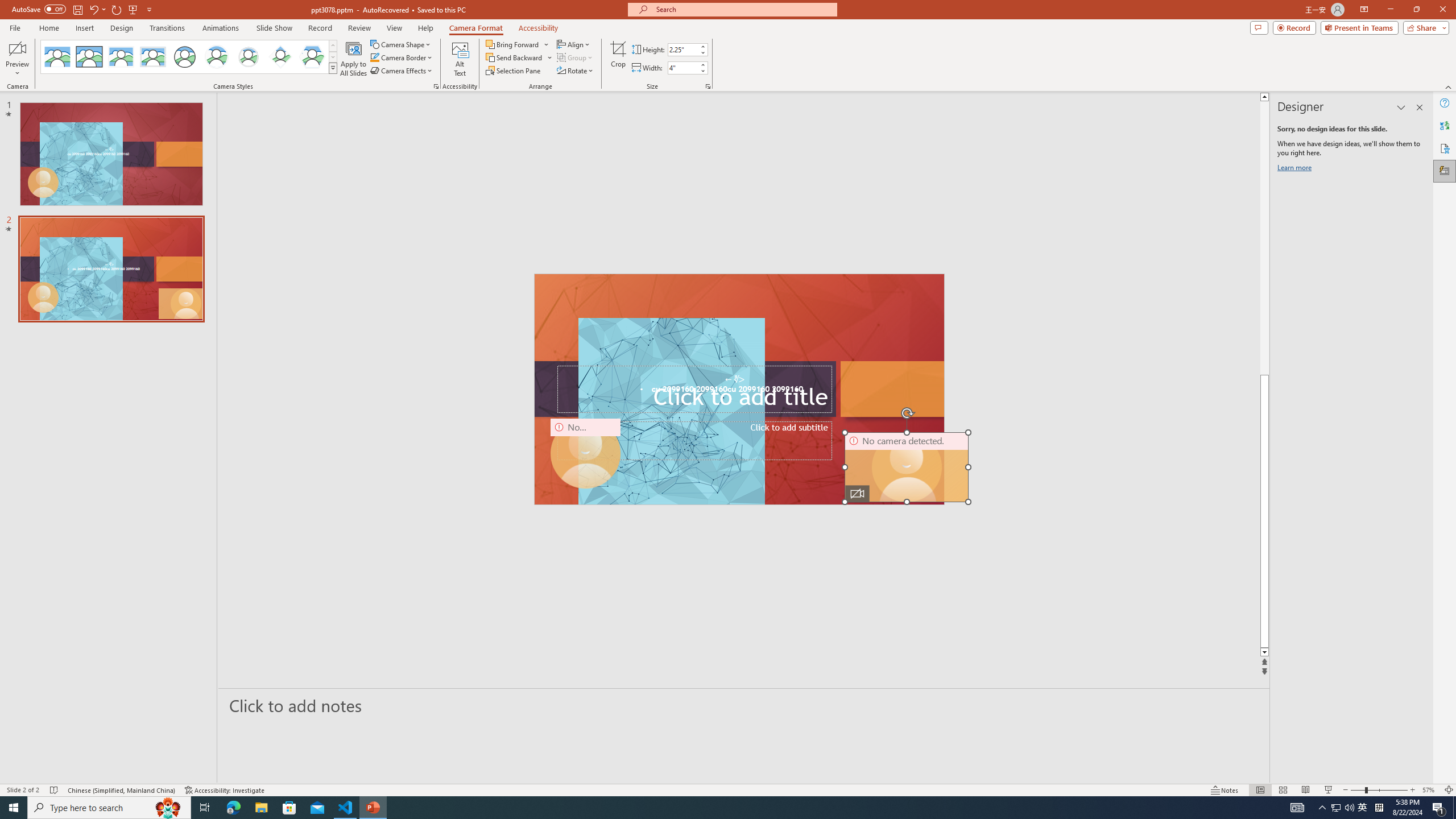  Describe the element at coordinates (57, 56) in the screenshot. I see `'No Style'` at that location.